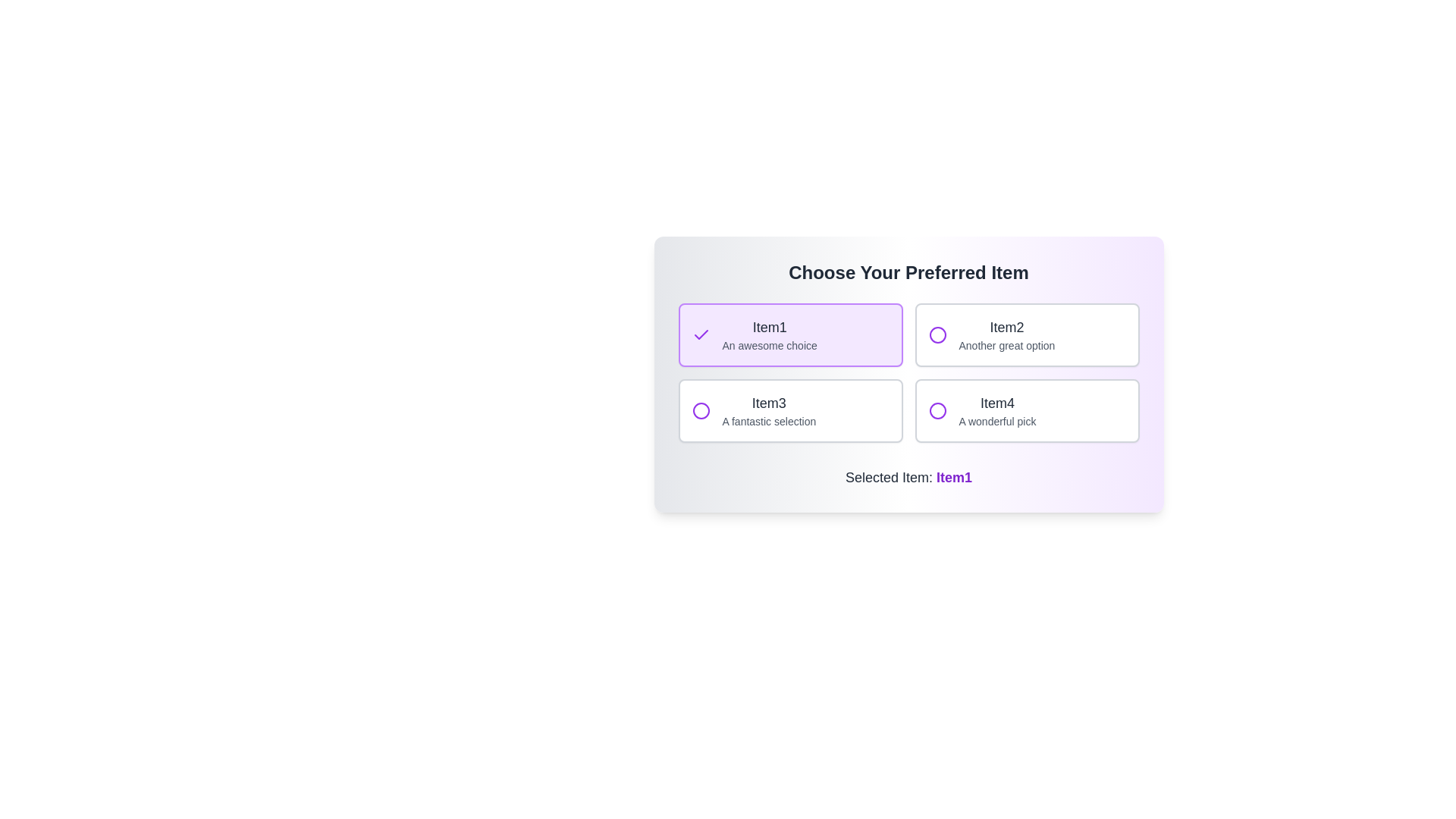  What do you see at coordinates (769, 403) in the screenshot?
I see `the text label that serves as the title for the third item in a selection group, which is positioned above the subtitle 'A fantastic selection' in the bottom-left quadrant of the grid layout` at bounding box center [769, 403].